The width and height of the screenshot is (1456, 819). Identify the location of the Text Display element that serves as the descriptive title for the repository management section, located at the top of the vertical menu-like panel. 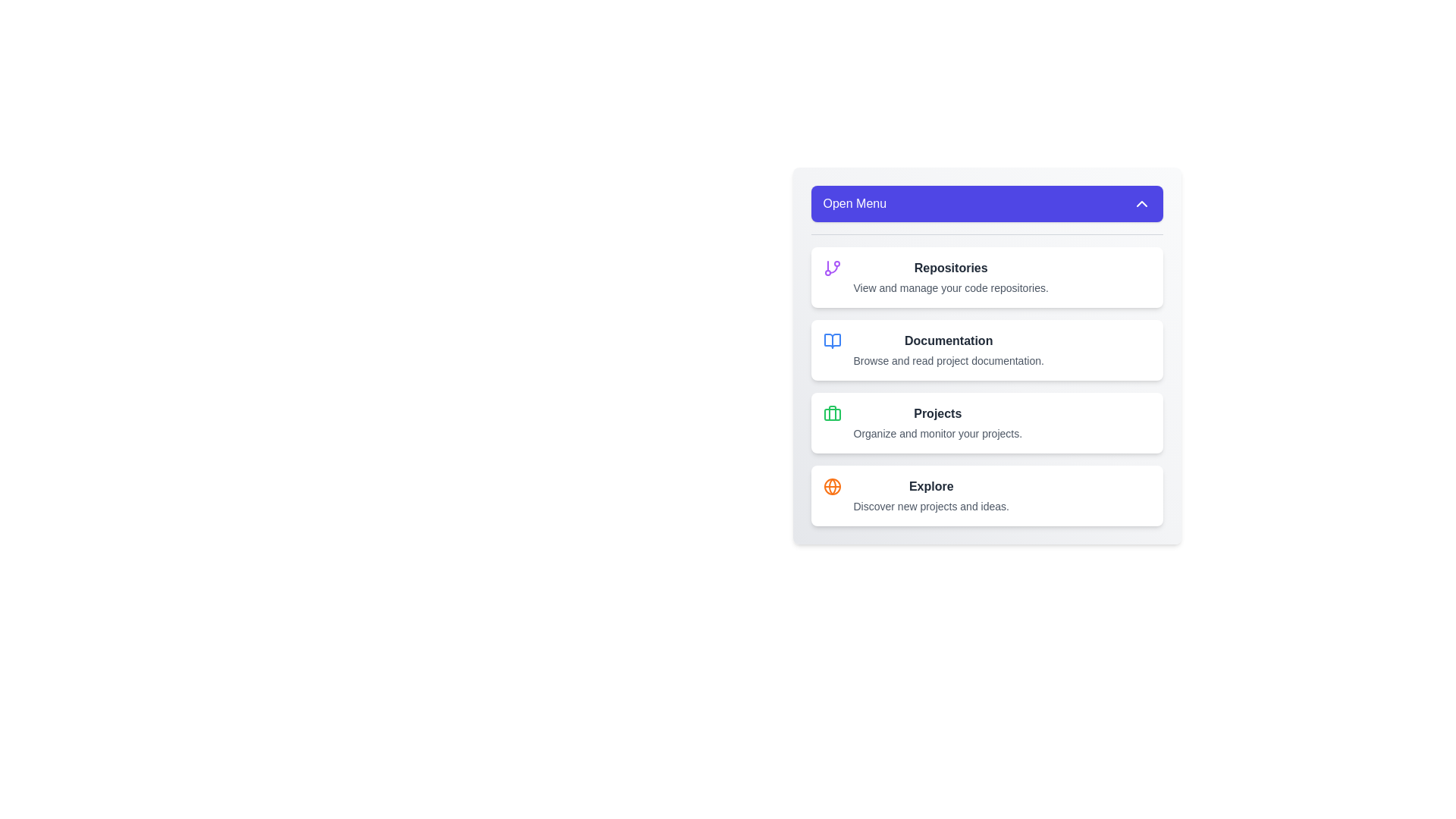
(950, 268).